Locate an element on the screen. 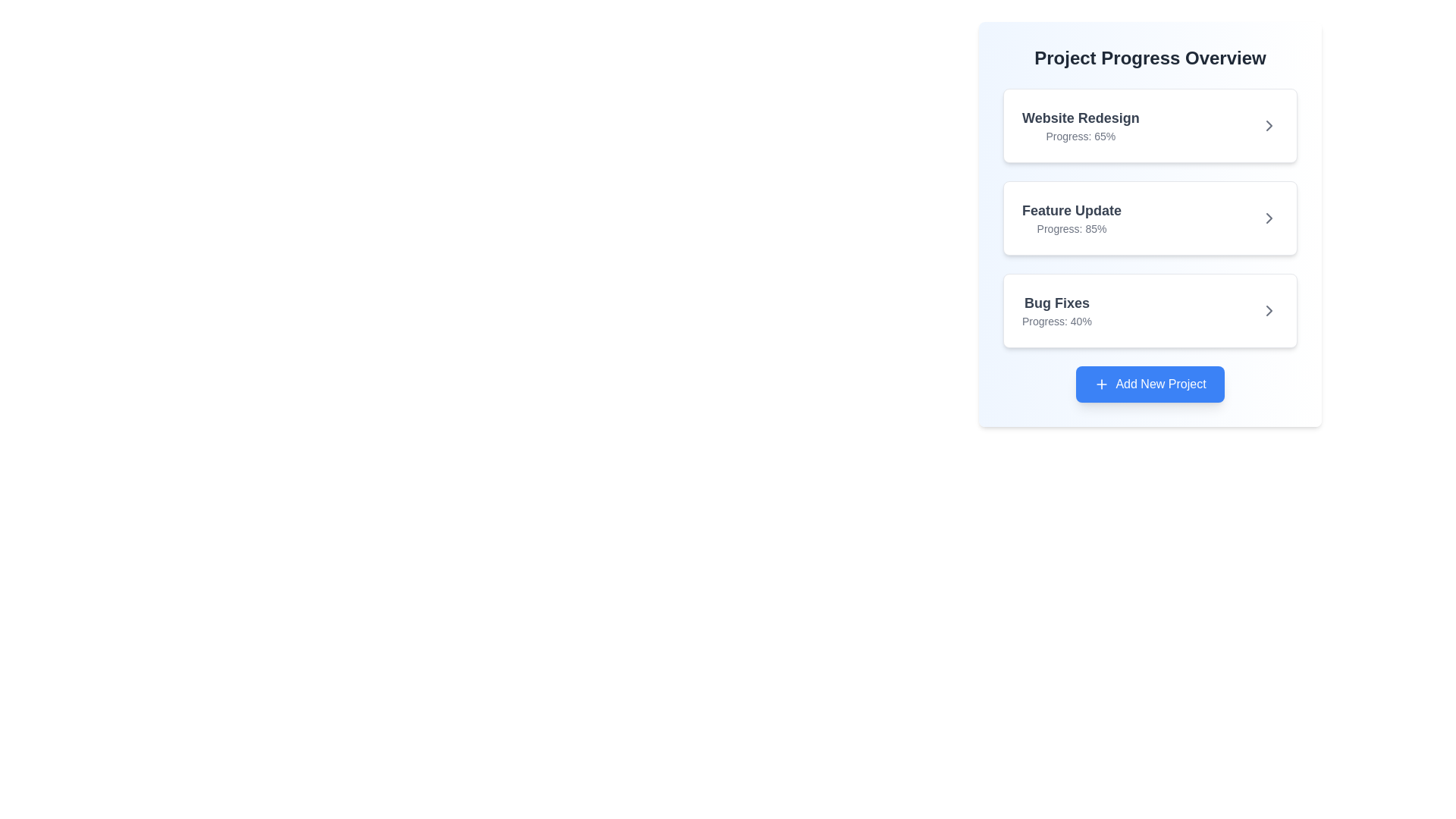  the list item titled 'Website Redesign' with a progress indicator of 65% is located at coordinates (1150, 124).